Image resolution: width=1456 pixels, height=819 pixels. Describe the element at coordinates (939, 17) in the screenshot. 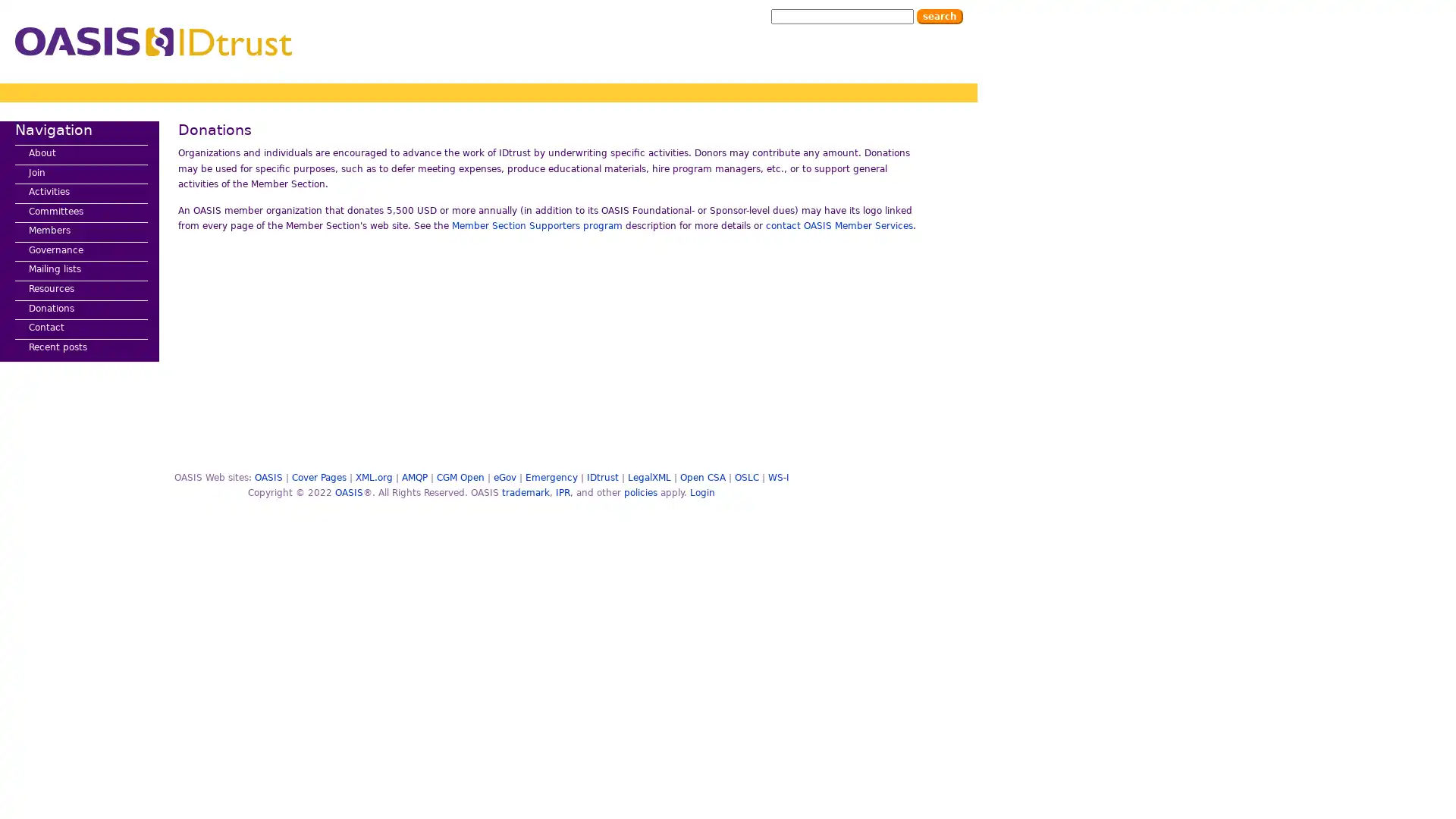

I see `Search` at that location.